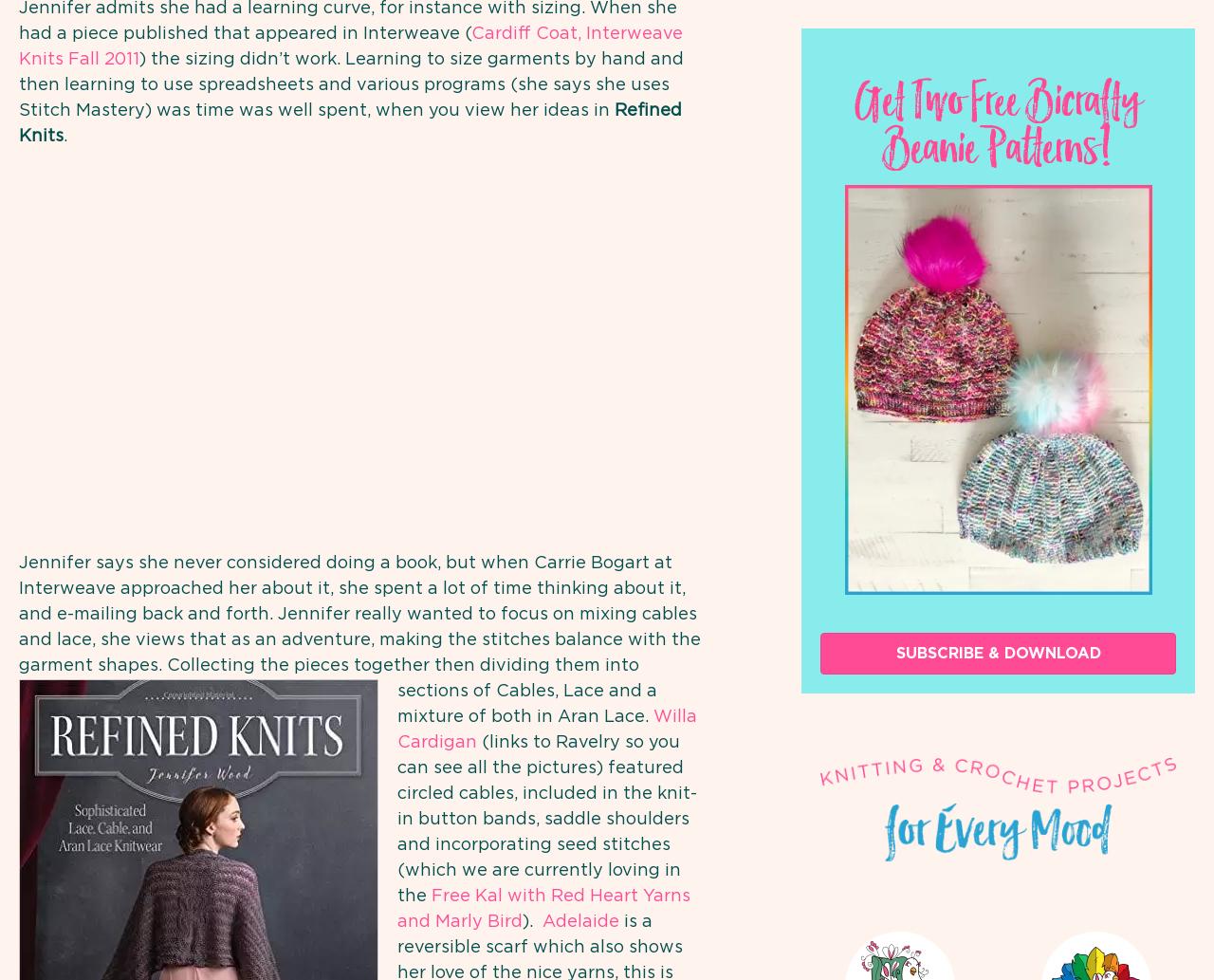 Image resolution: width=1214 pixels, height=980 pixels. I want to click on ') the sizing didn’t work. Learning to size garments by hand and then learning to use spreadsheets and various programs (she says she uses Stitch Mastery) was time was well spent, when you view her ideas in', so click(351, 84).